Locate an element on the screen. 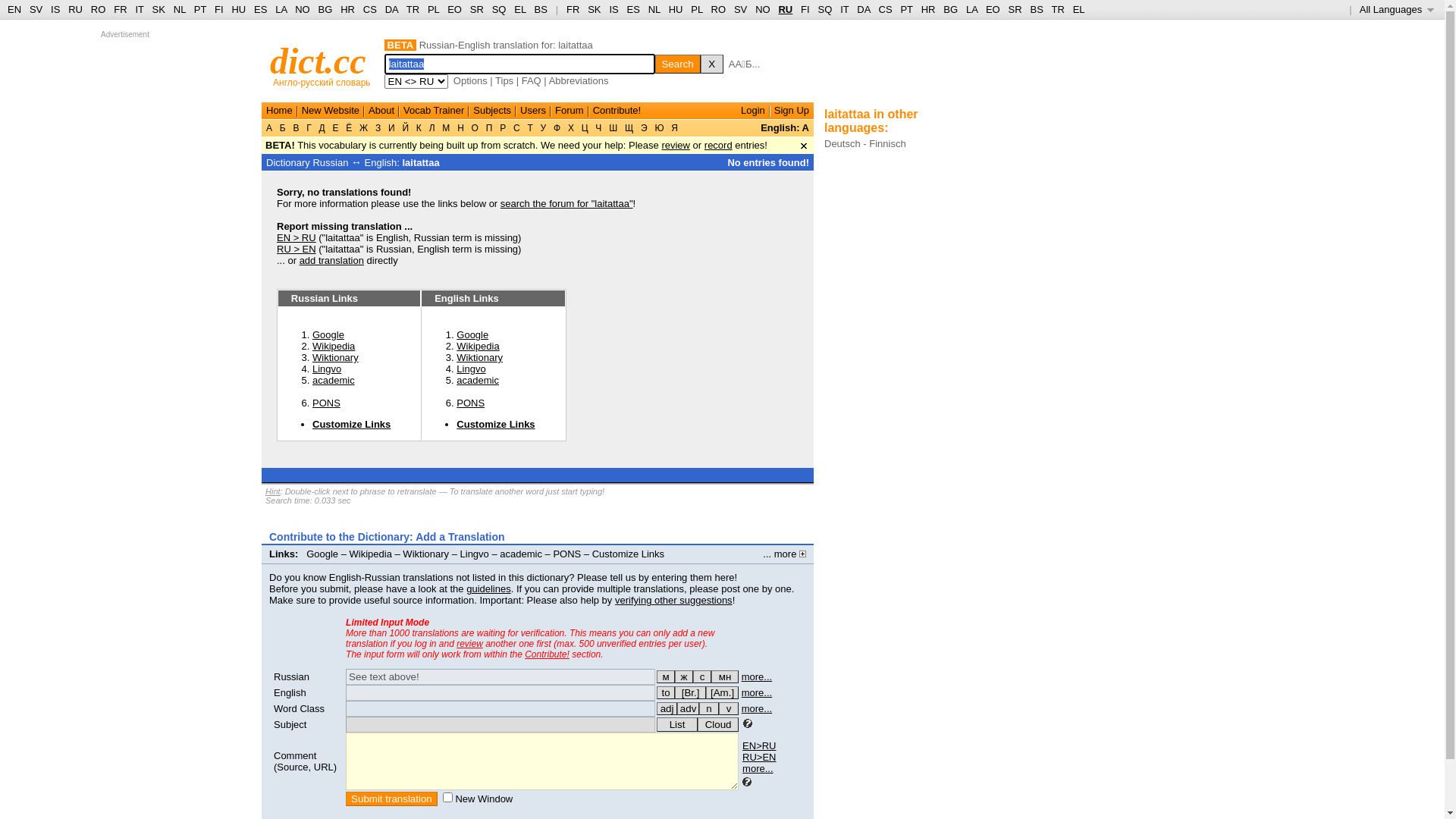  'About' is located at coordinates (381, 109).